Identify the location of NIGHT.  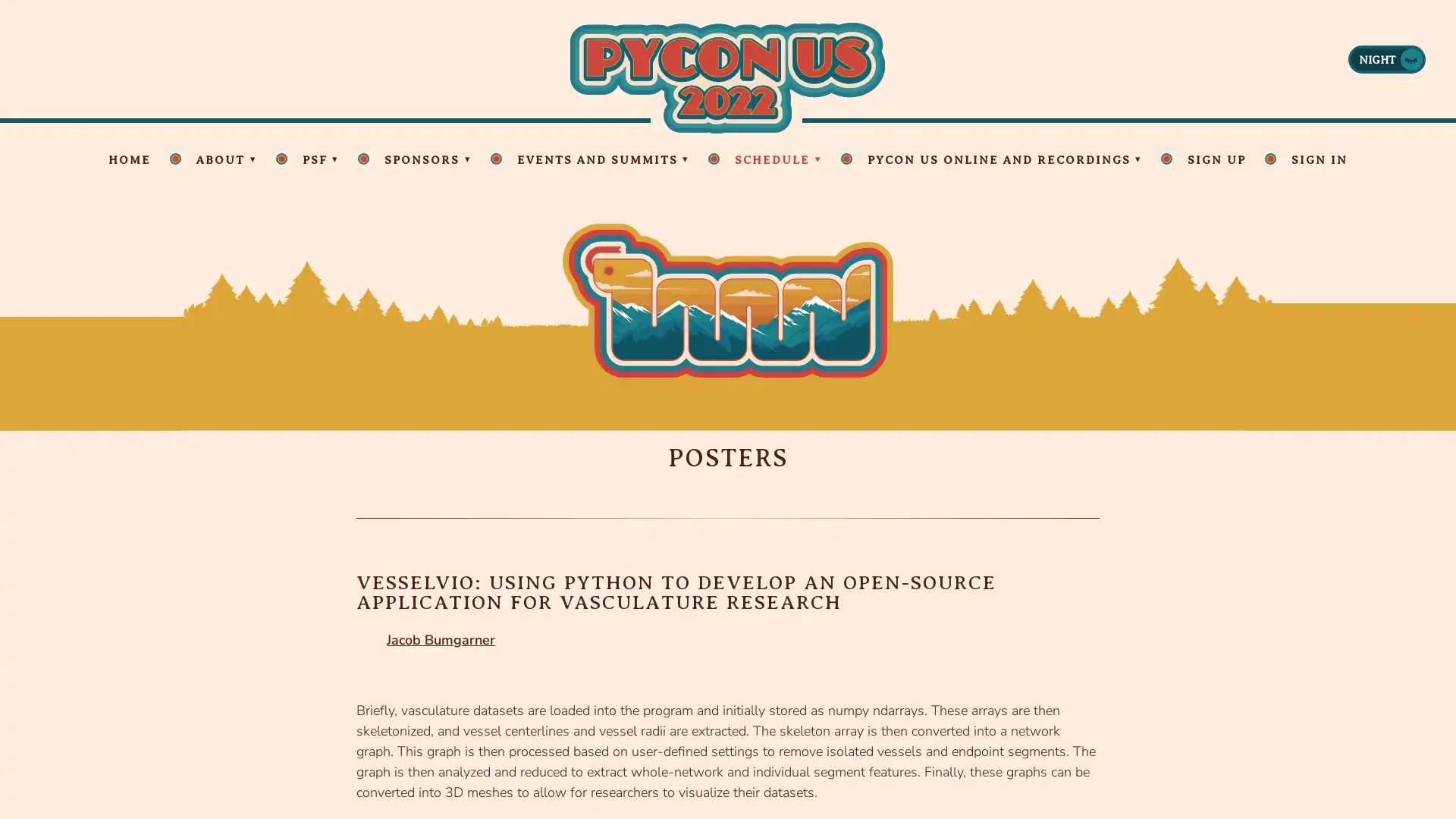
(1386, 58).